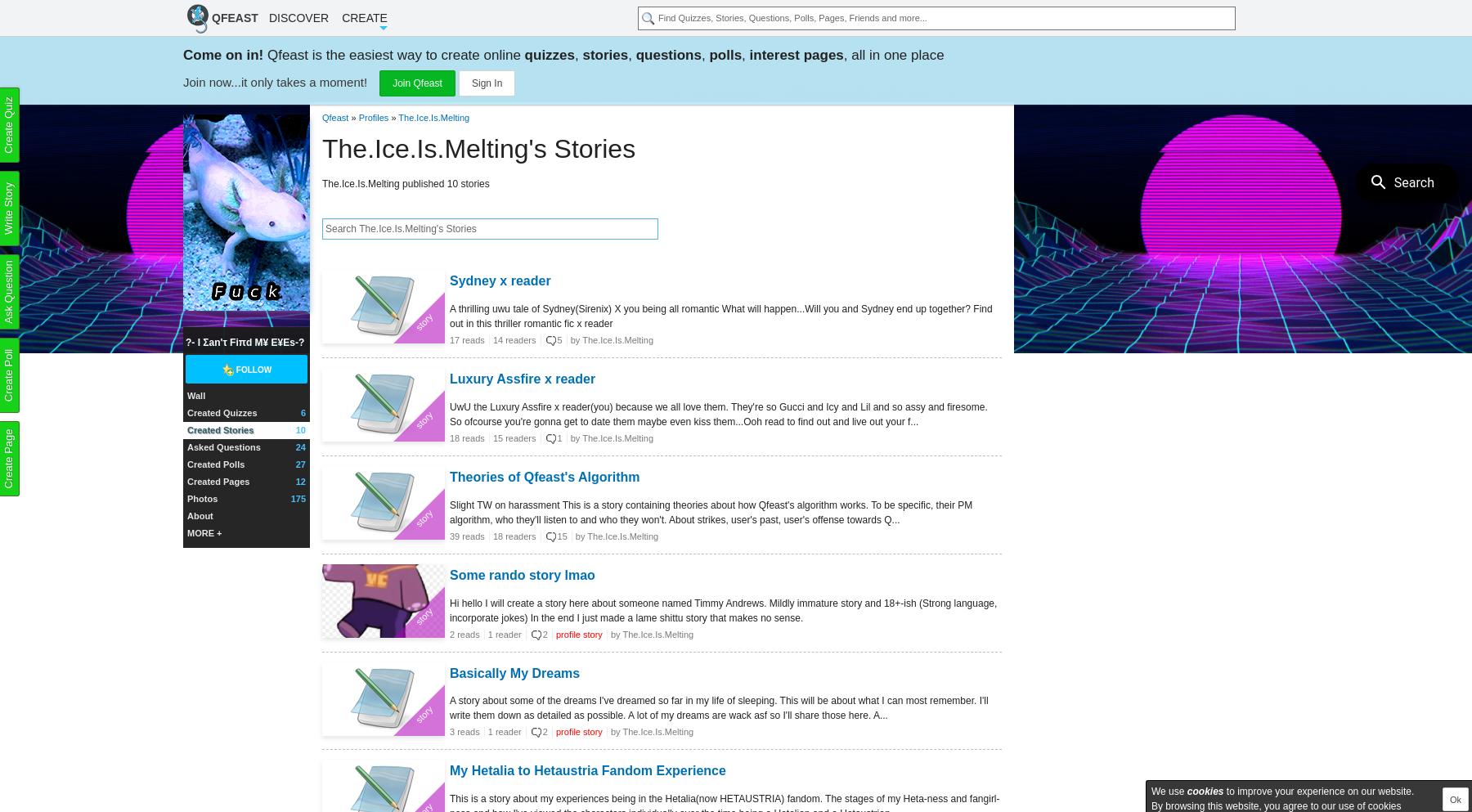 The height and width of the screenshot is (812, 1472). I want to click on '?- I ςan'τ fiπd m¥ ε¥εs-?', so click(244, 342).